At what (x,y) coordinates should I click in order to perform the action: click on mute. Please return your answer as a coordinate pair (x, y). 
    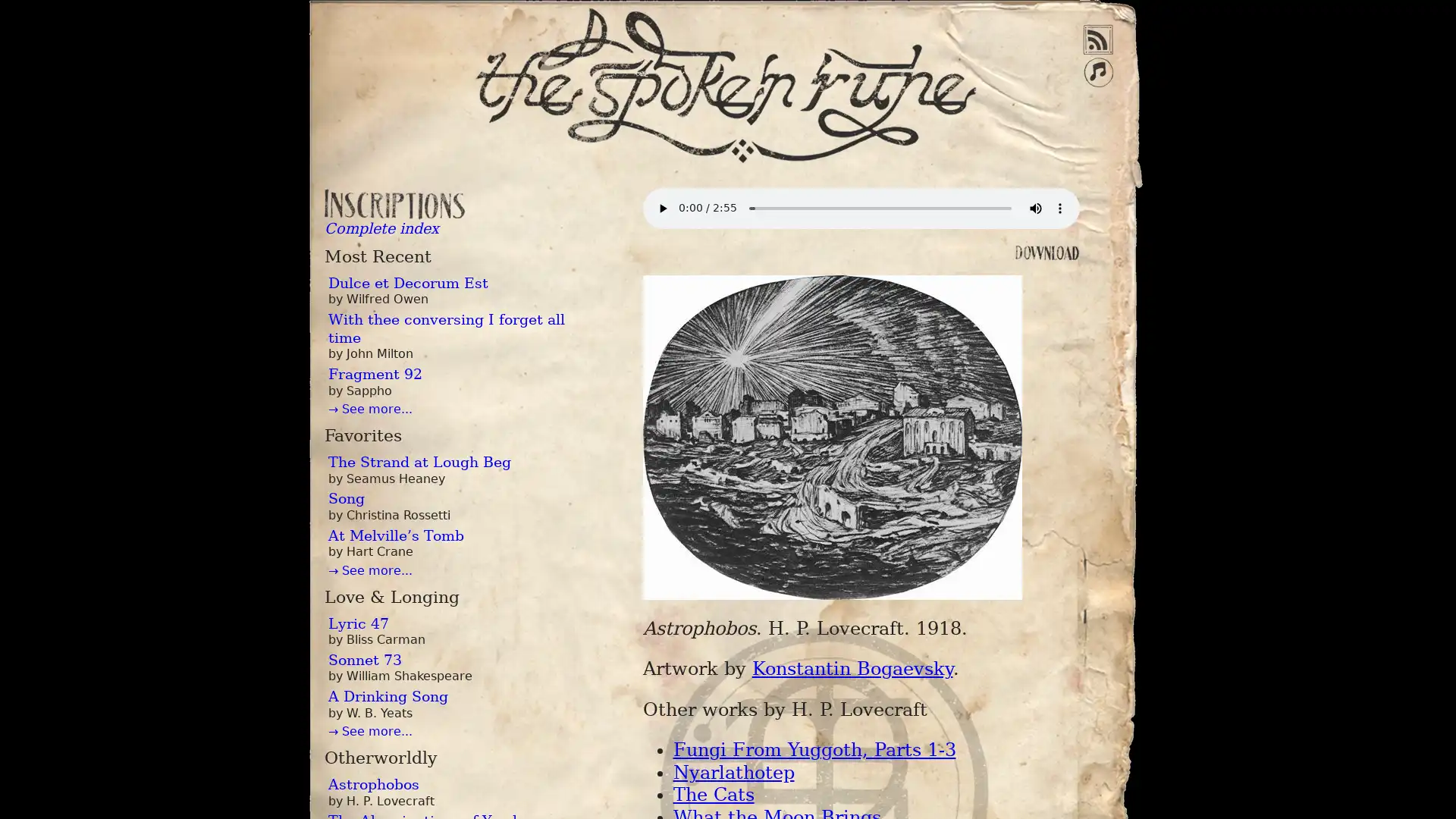
    Looking at the image, I should click on (1034, 208).